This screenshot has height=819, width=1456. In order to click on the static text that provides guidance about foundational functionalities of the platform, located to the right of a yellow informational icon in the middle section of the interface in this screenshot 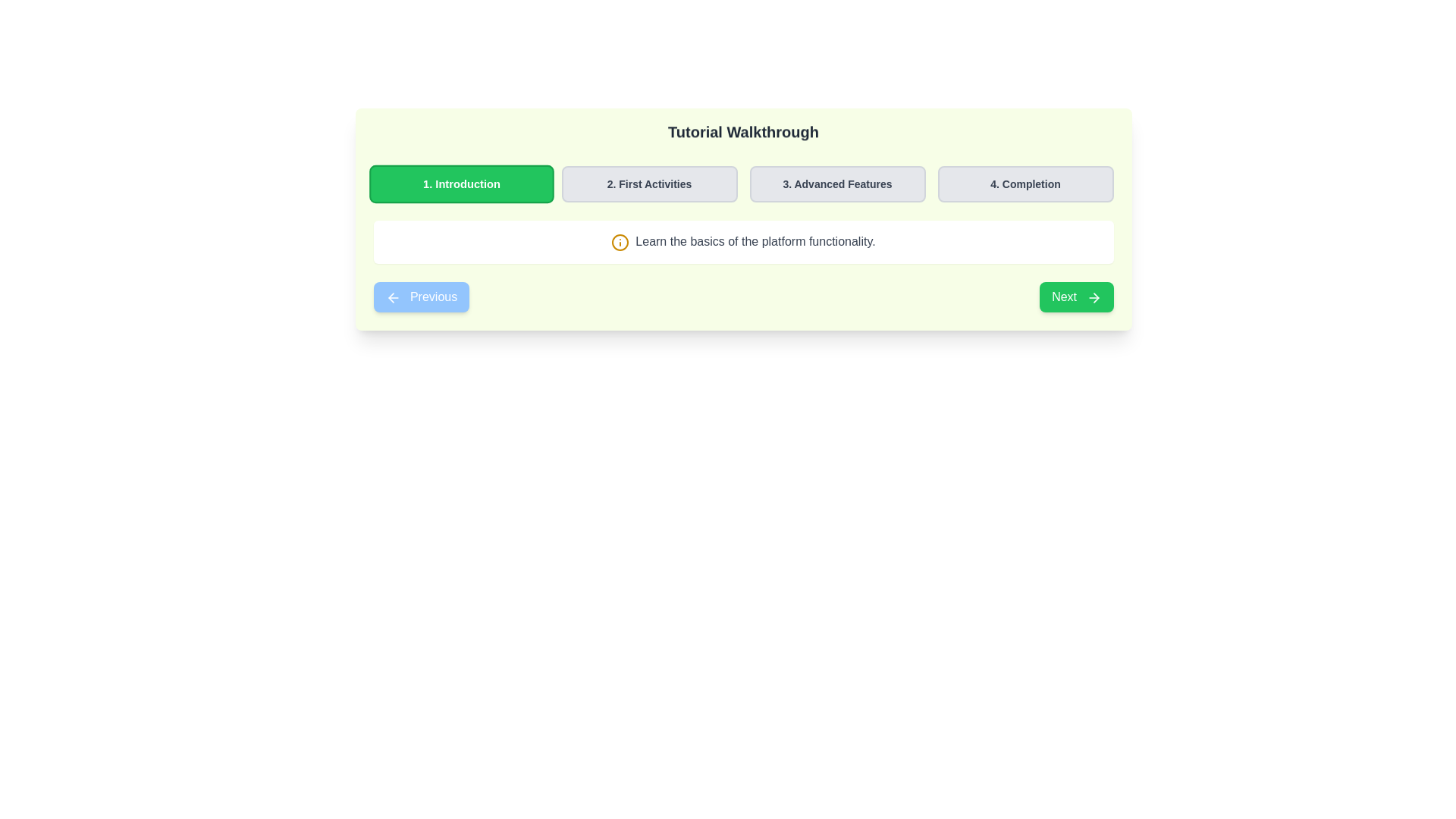, I will do `click(755, 240)`.